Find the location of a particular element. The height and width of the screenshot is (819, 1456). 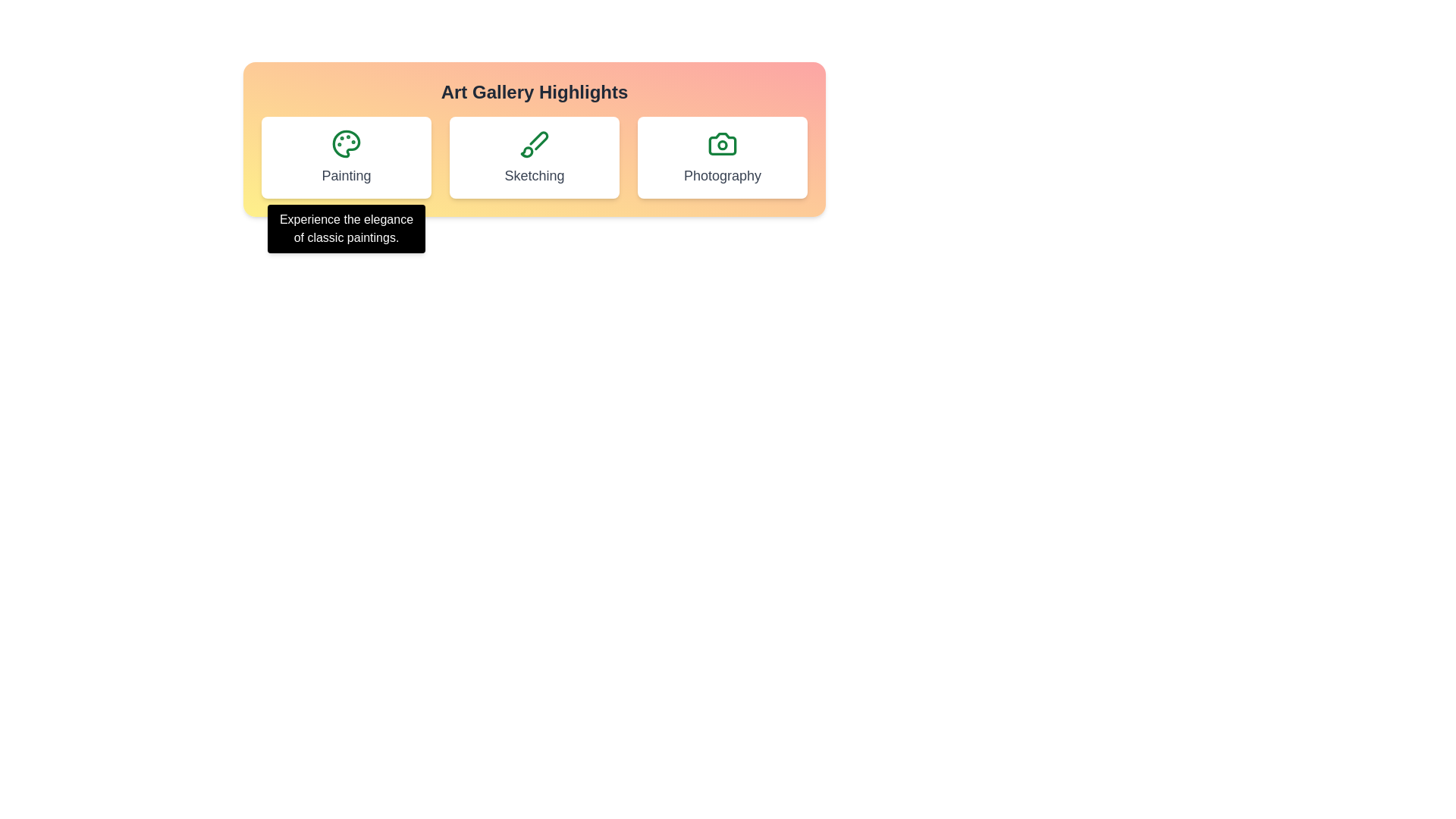

the 'Sketching' Label/Category Card, which is the second card in a row of three, featuring a green sketching pen icon and gray text on a white background is located at coordinates (535, 158).